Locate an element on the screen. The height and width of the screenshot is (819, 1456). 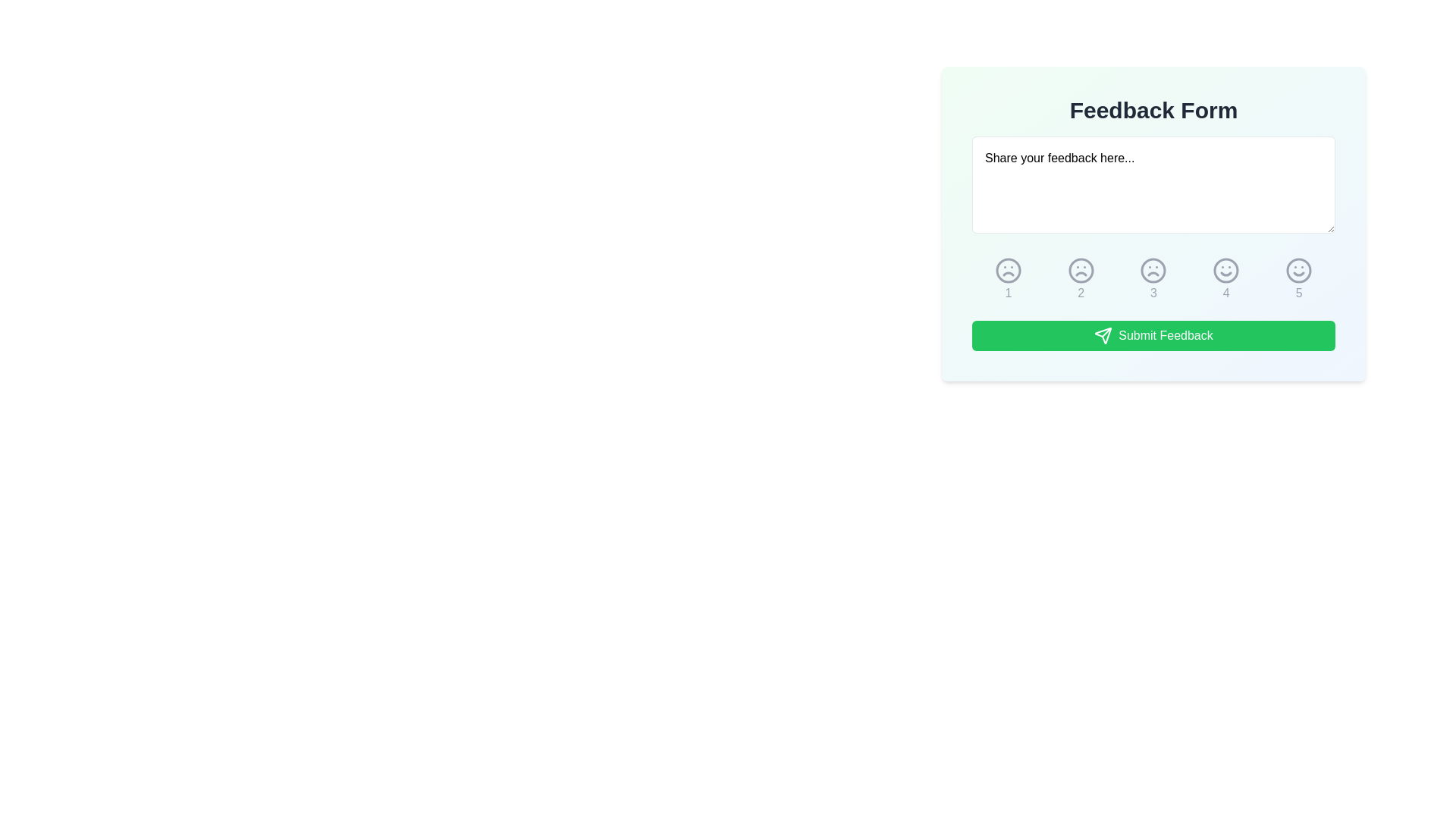
the numeral '4' displayed in gray, which is part of the feedback rating system and located between the numerals '3' and '5' is located at coordinates (1226, 293).